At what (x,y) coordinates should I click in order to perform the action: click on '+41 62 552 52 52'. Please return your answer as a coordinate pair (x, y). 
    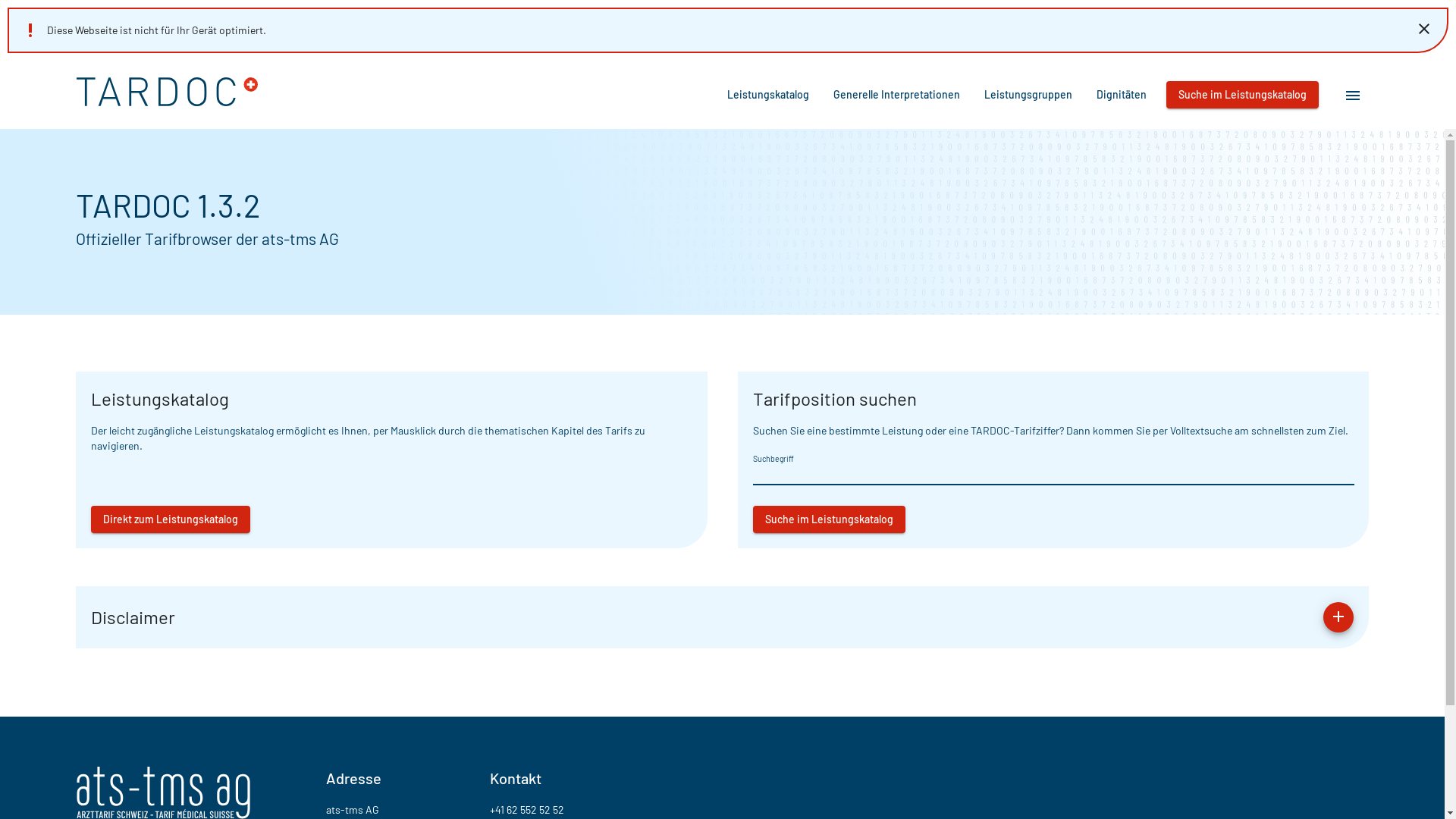
    Looking at the image, I should click on (527, 808).